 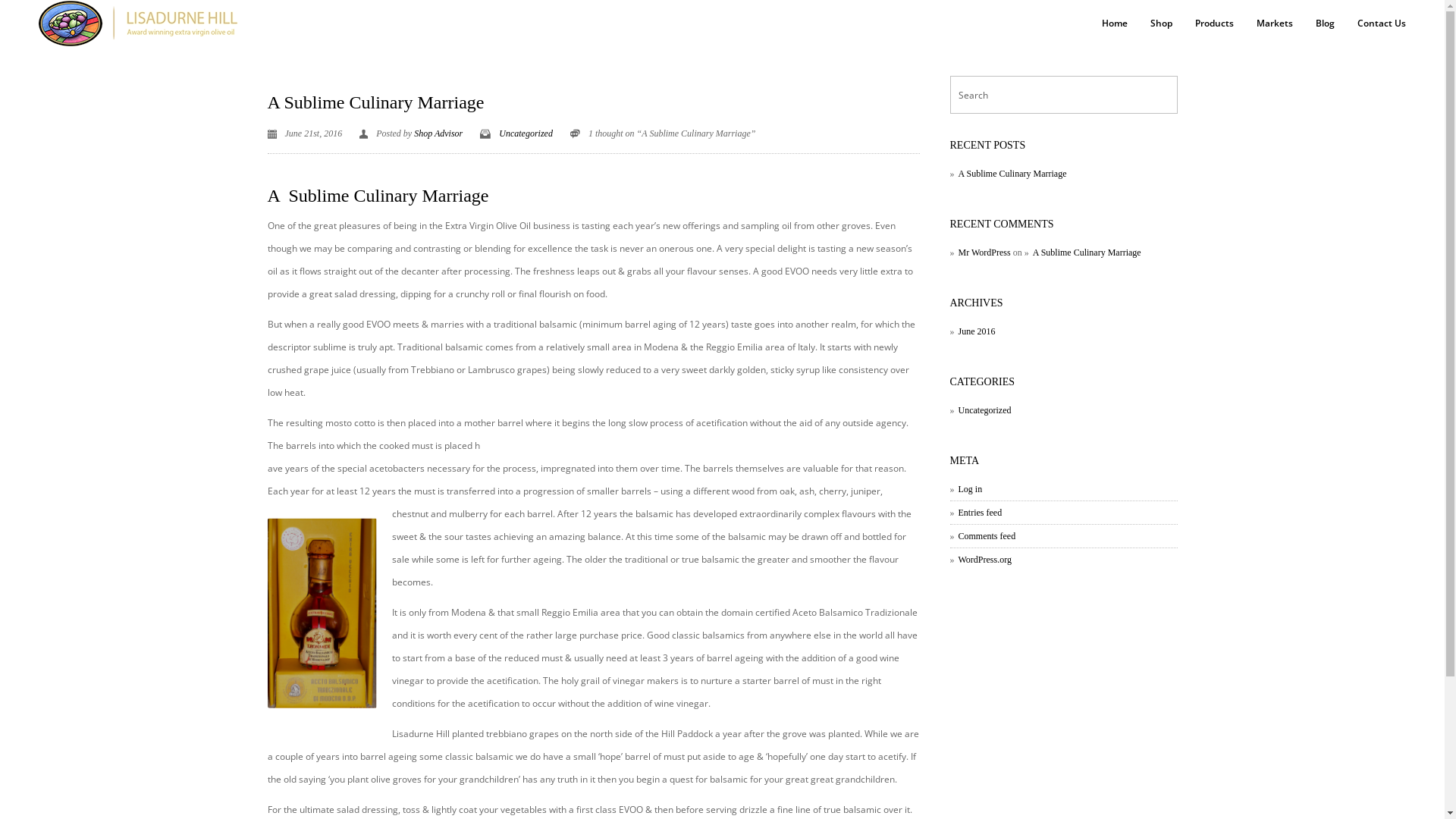 I want to click on 'Blog', so click(x=1324, y=23).